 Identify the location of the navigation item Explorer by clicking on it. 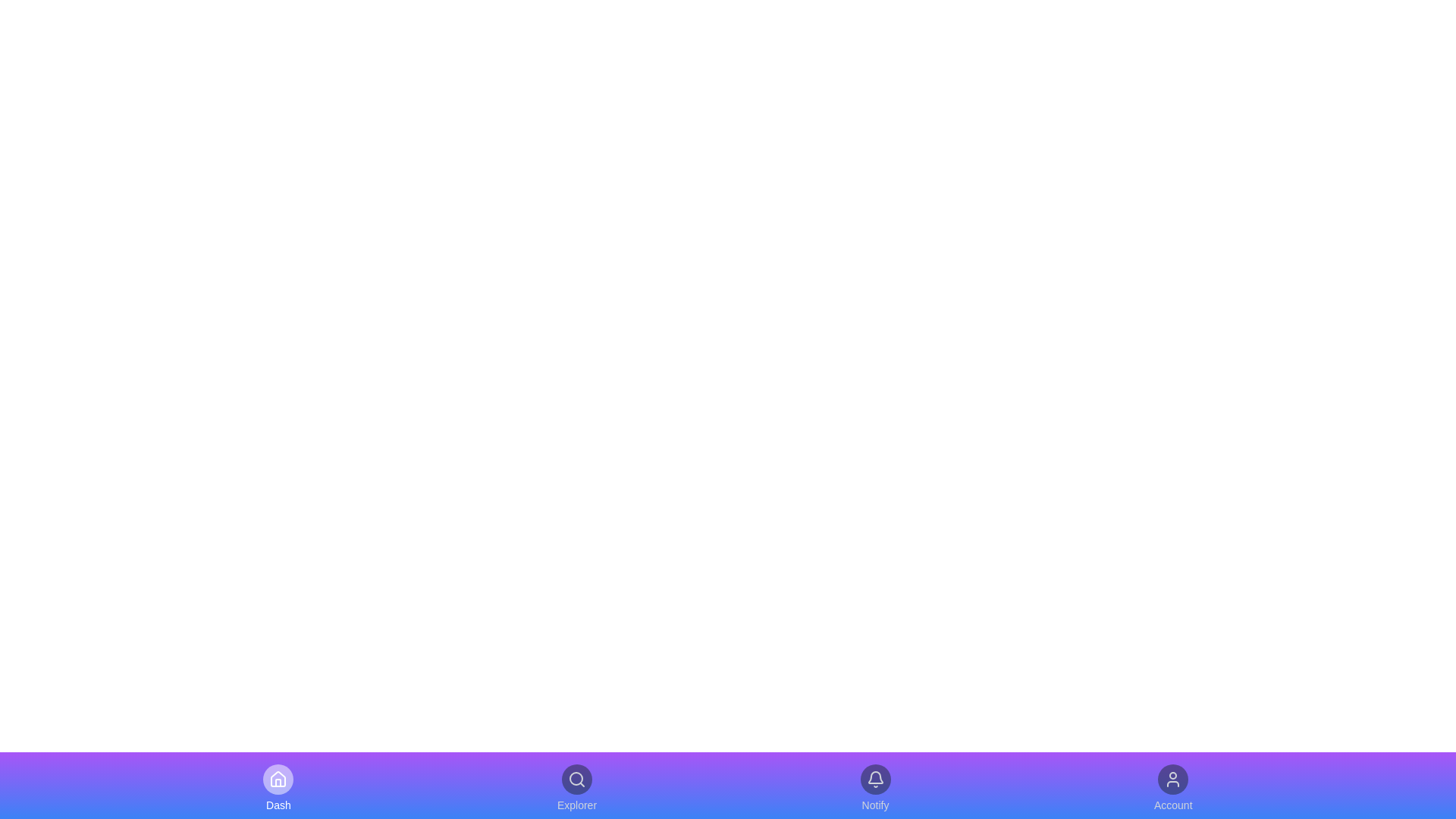
(576, 788).